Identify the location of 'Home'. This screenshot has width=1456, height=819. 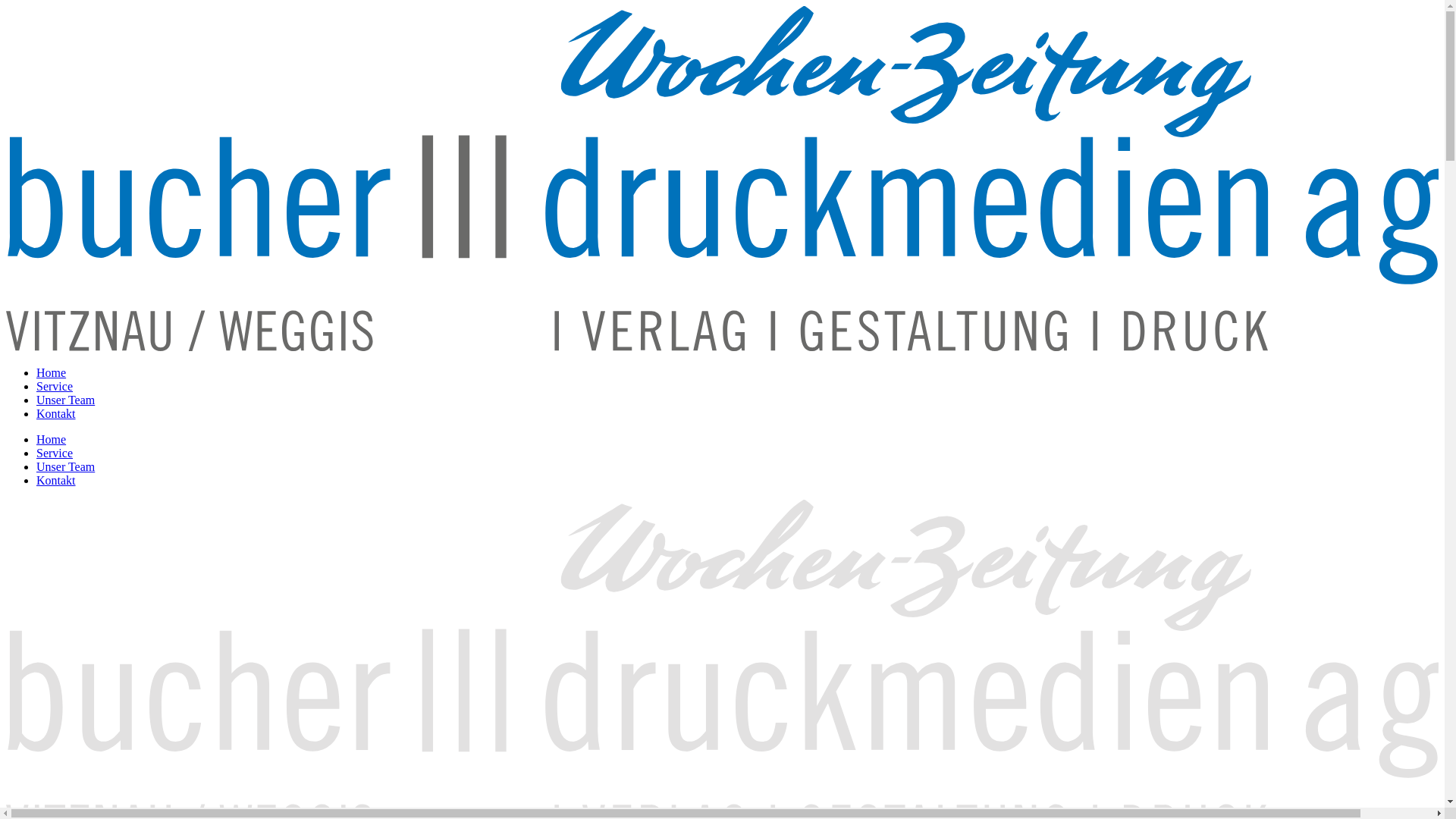
(51, 372).